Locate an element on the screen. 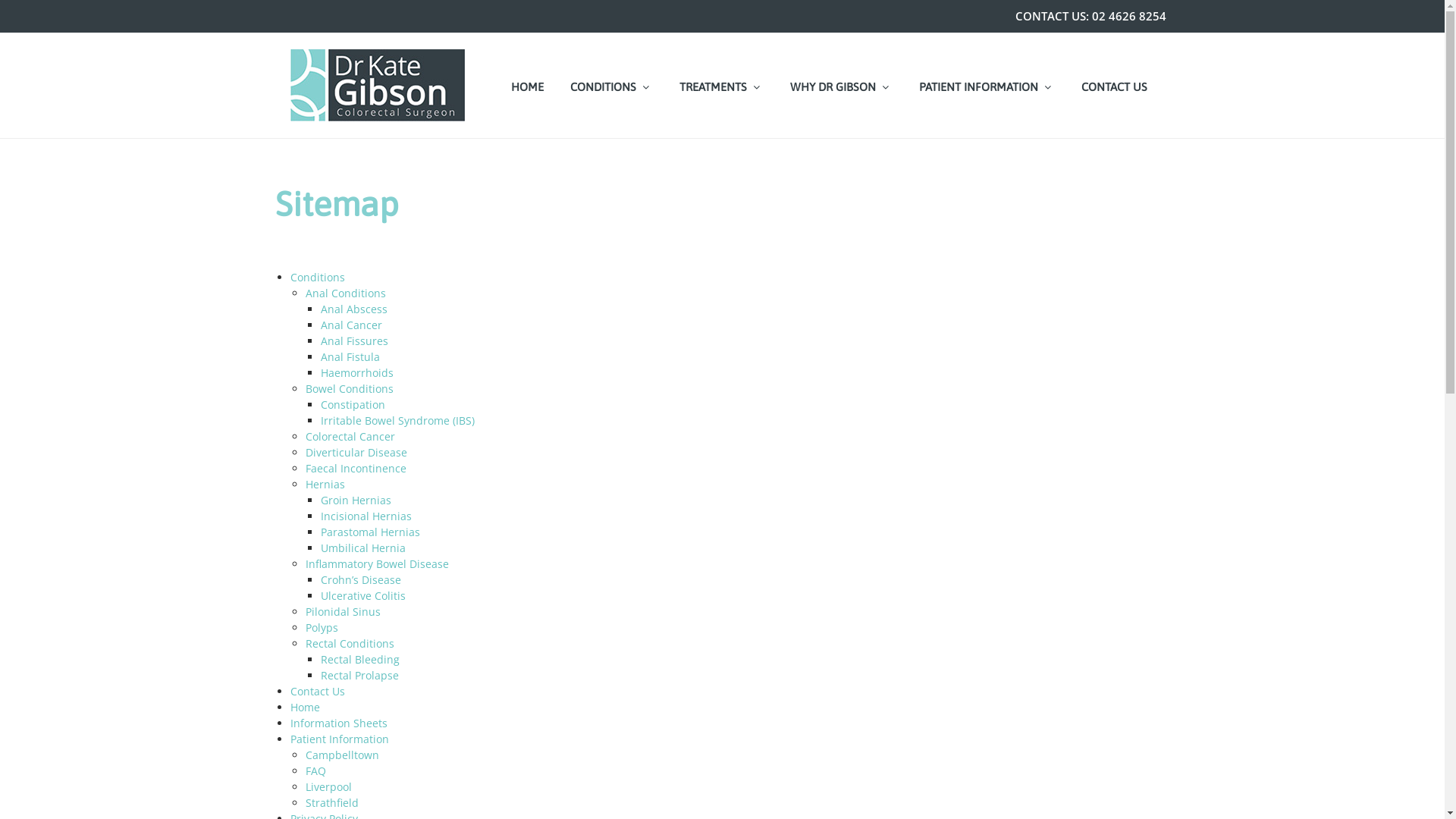  'Anal Fissures' is located at coordinates (353, 340).